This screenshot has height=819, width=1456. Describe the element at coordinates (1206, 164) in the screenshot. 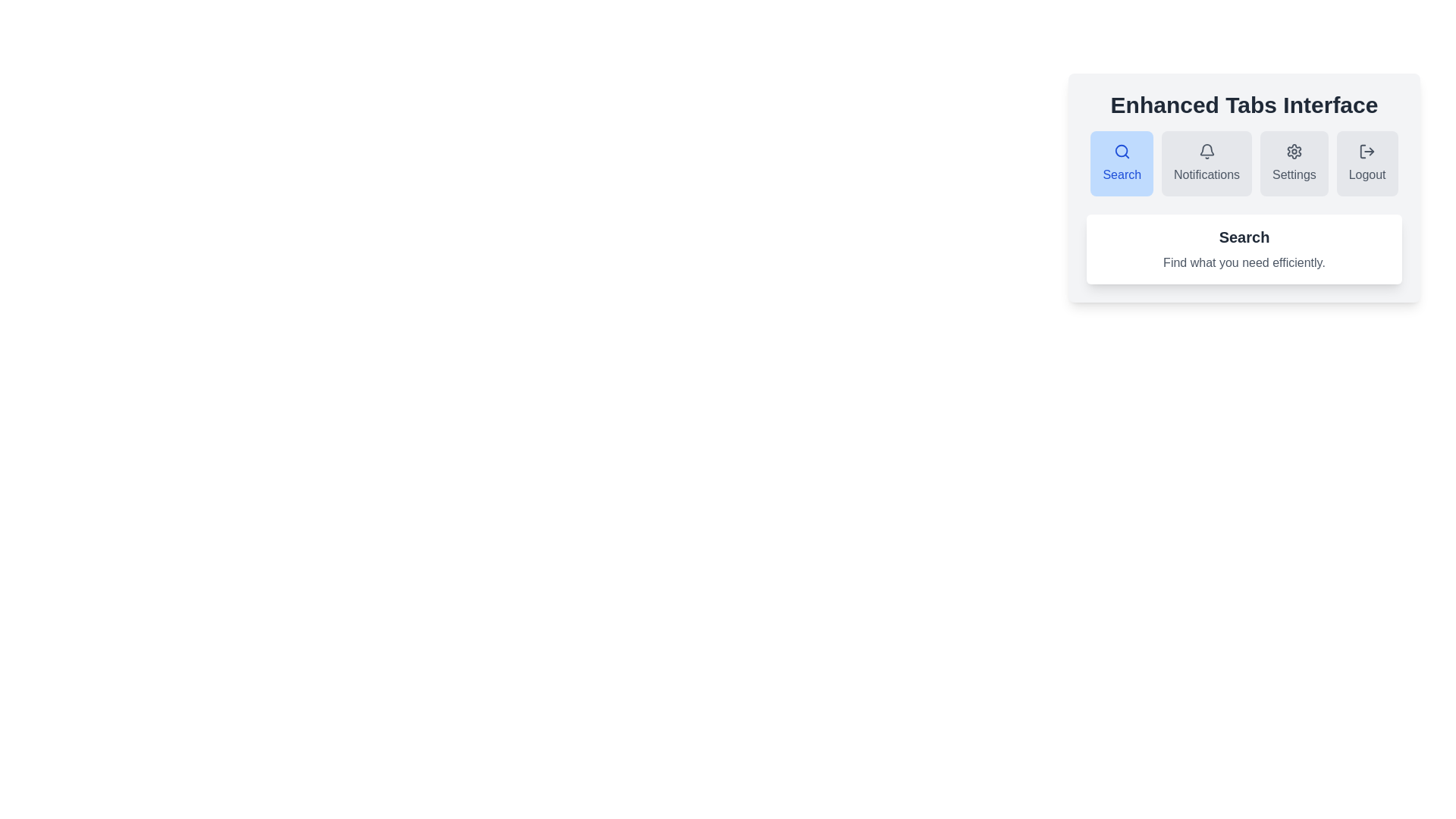

I see `the Notifications tab to observe its hover animation` at that location.